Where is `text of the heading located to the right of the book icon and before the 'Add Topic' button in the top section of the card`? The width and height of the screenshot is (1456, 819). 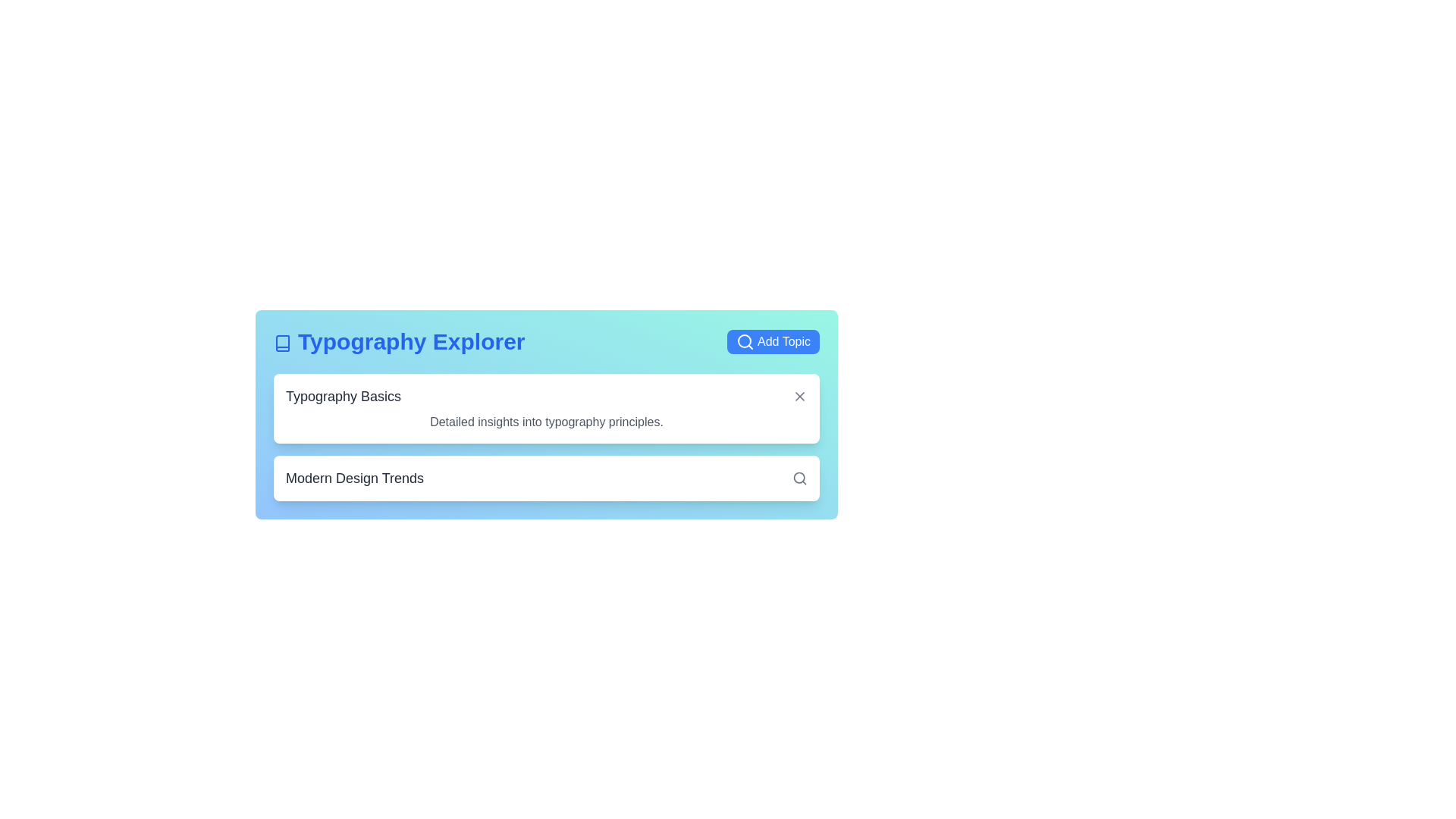
text of the heading located to the right of the book icon and before the 'Add Topic' button in the top section of the card is located at coordinates (399, 342).